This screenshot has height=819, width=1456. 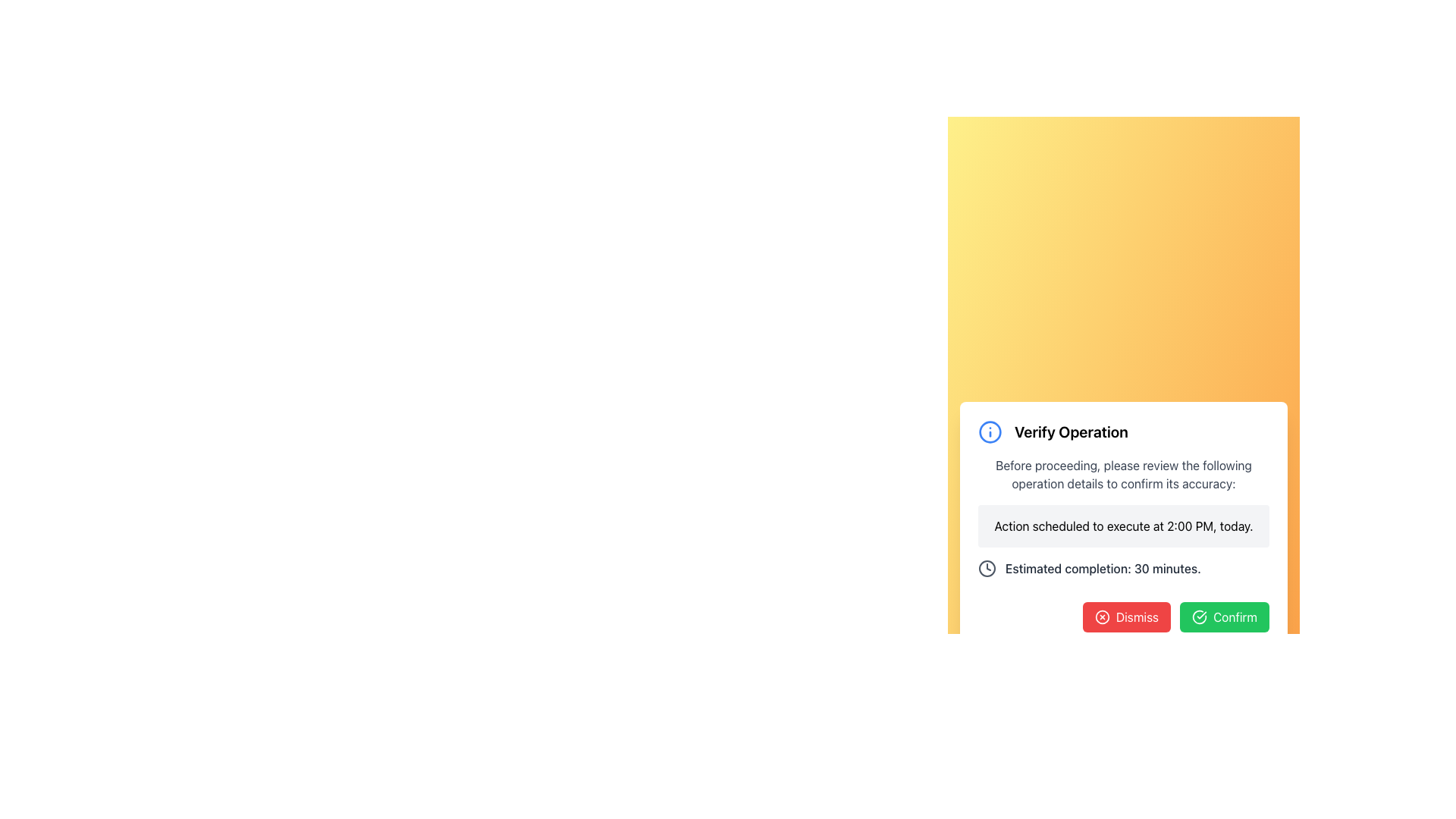 I want to click on the static informational label with a blue information icon and bolded text saying 'Verify Operation', located at the top of a modal-like rectangular card, so click(x=1124, y=432).